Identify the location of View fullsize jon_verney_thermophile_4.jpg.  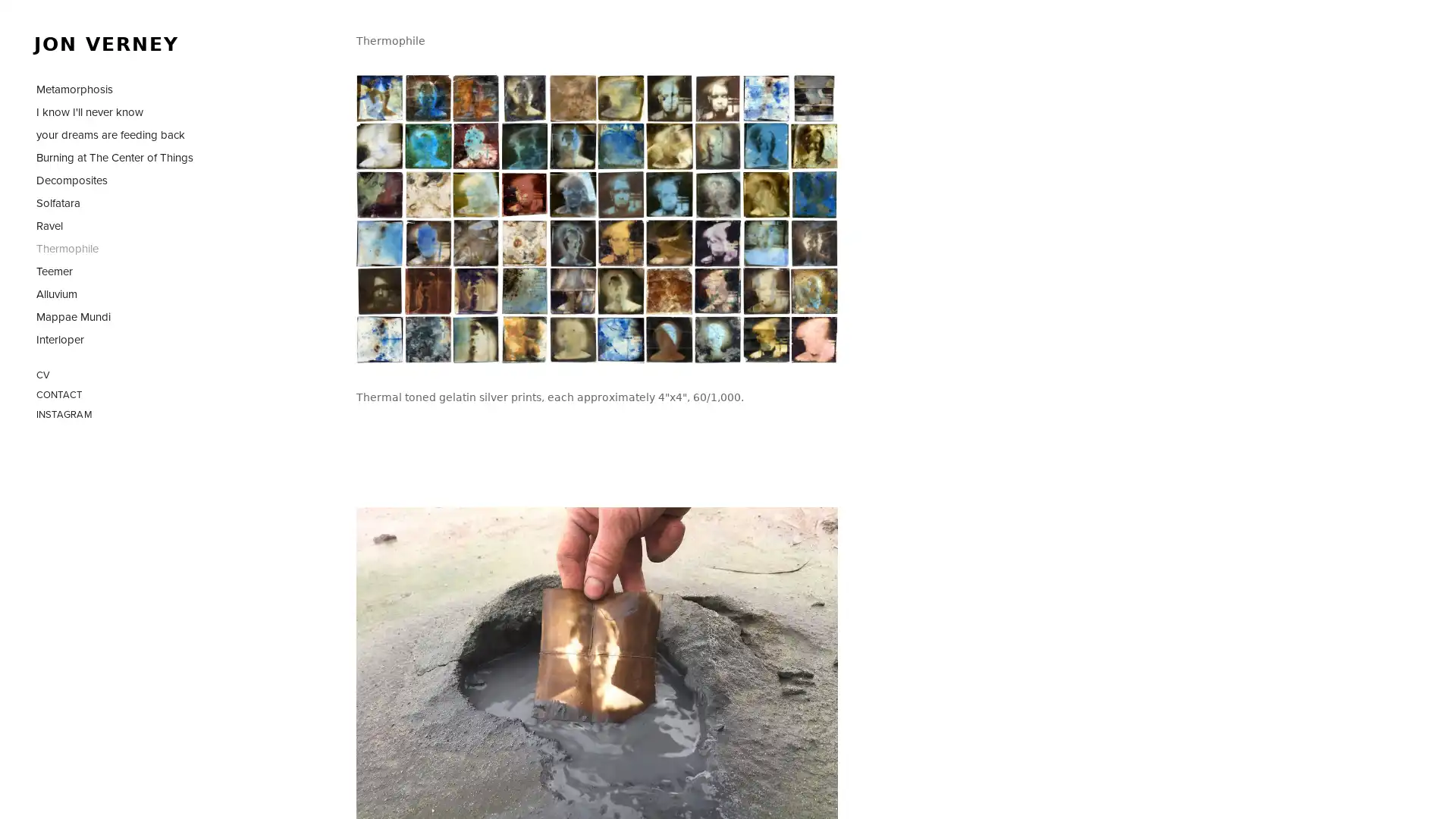
(475, 193).